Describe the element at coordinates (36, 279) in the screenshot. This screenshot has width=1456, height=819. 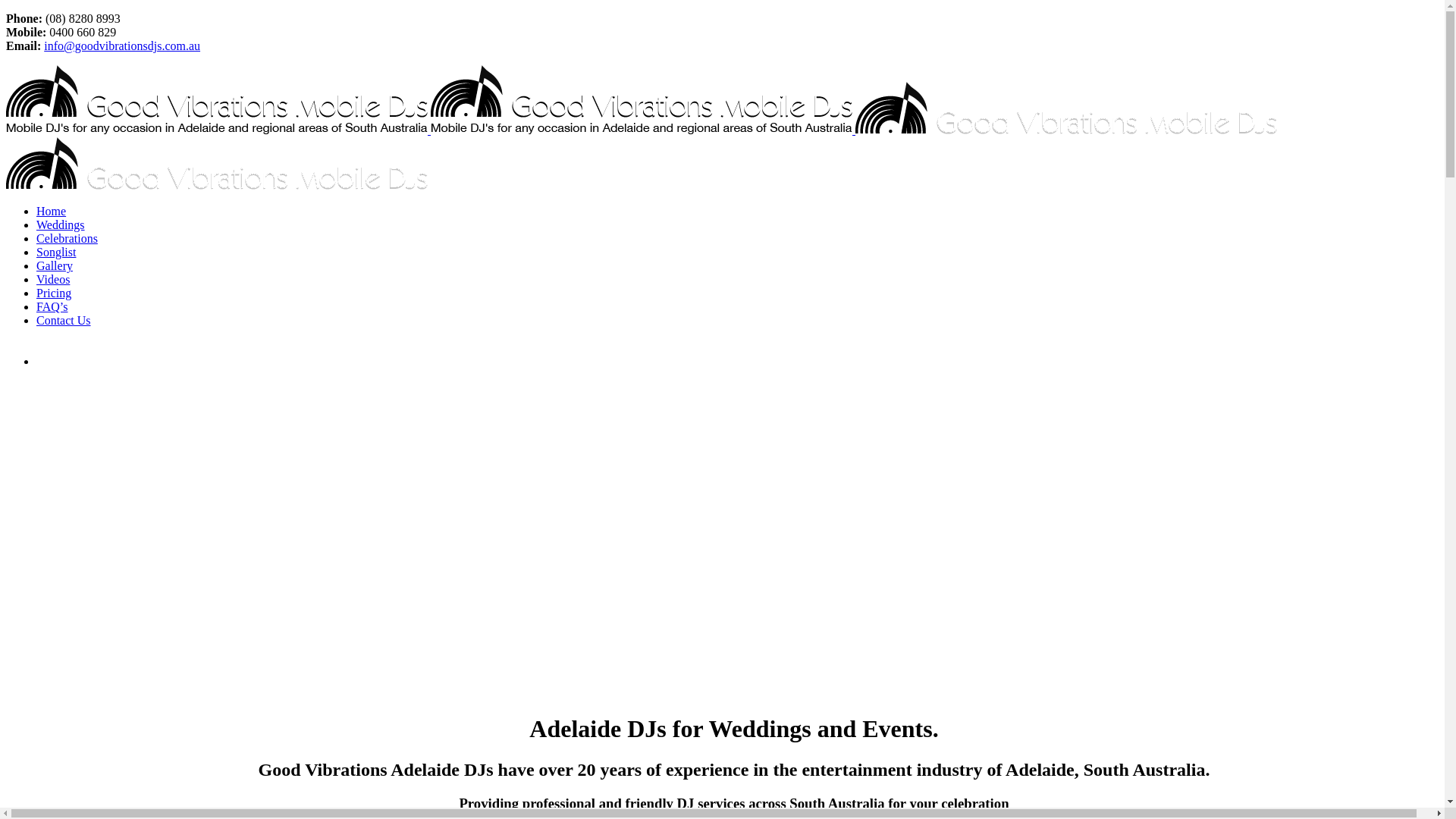
I see `'Videos'` at that location.